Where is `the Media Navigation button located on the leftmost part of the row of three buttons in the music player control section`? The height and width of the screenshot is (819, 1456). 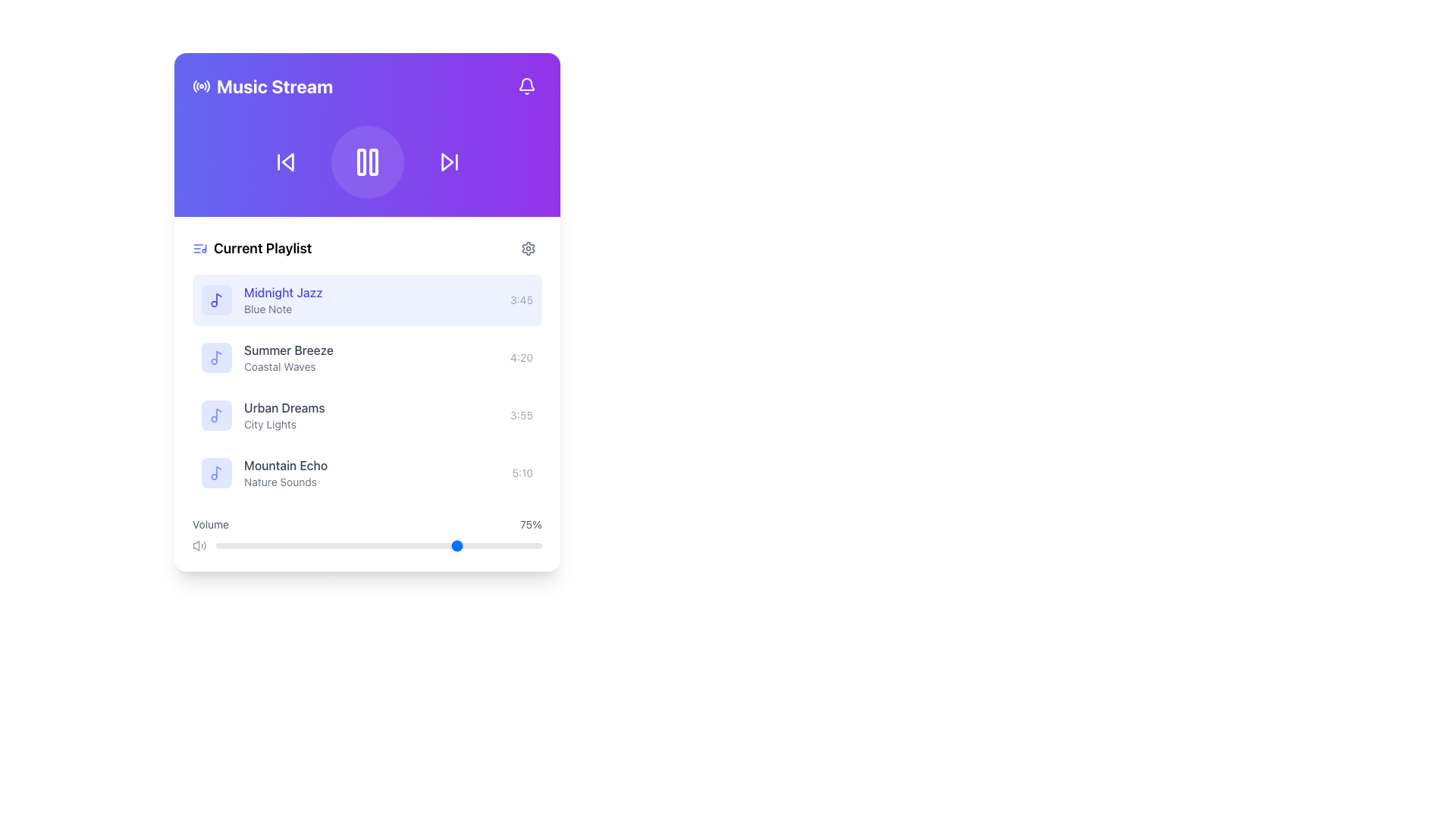
the Media Navigation button located on the leftmost part of the row of three buttons in the music player control section is located at coordinates (285, 162).